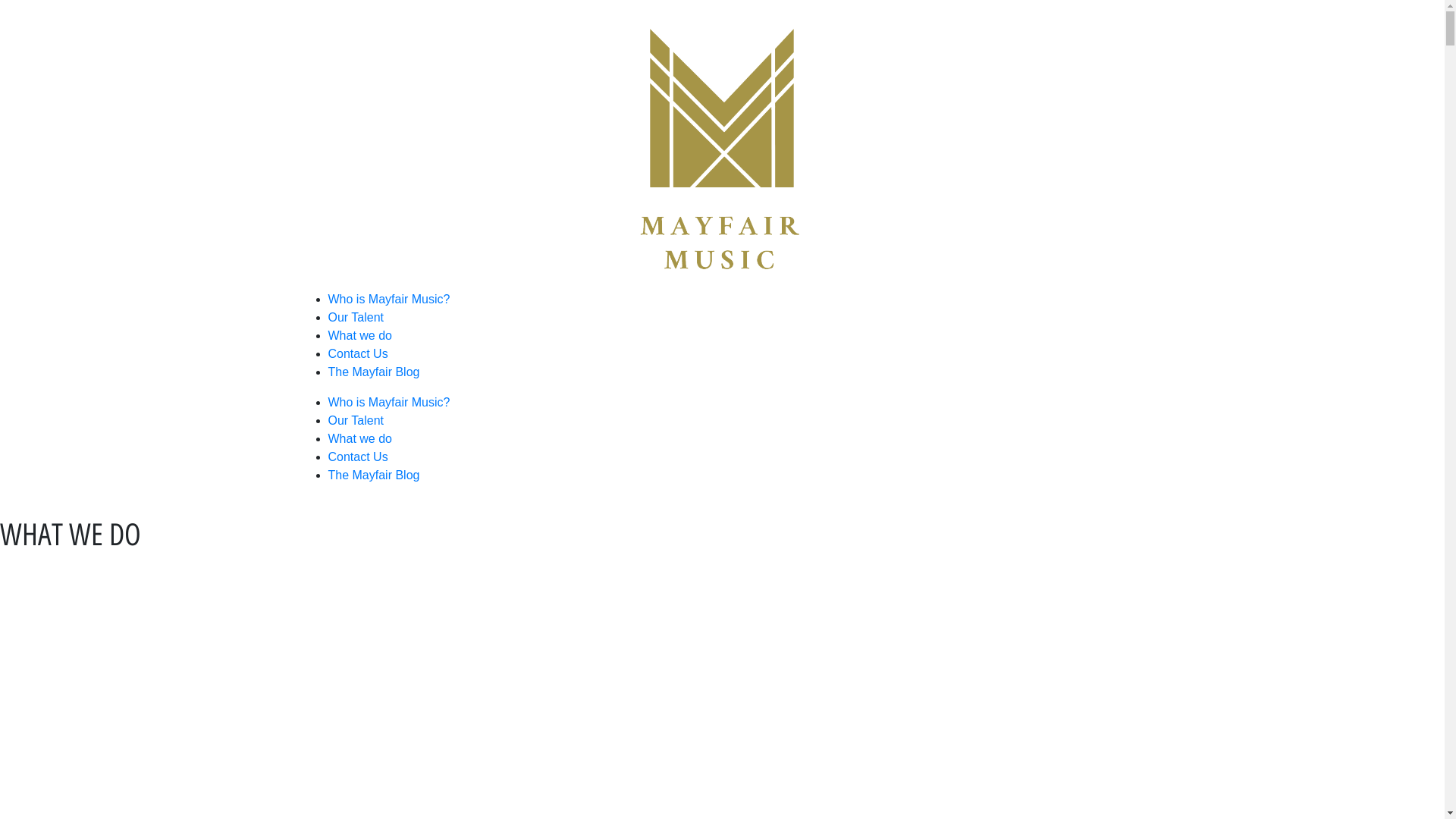  I want to click on 'Contact Us', so click(327, 353).